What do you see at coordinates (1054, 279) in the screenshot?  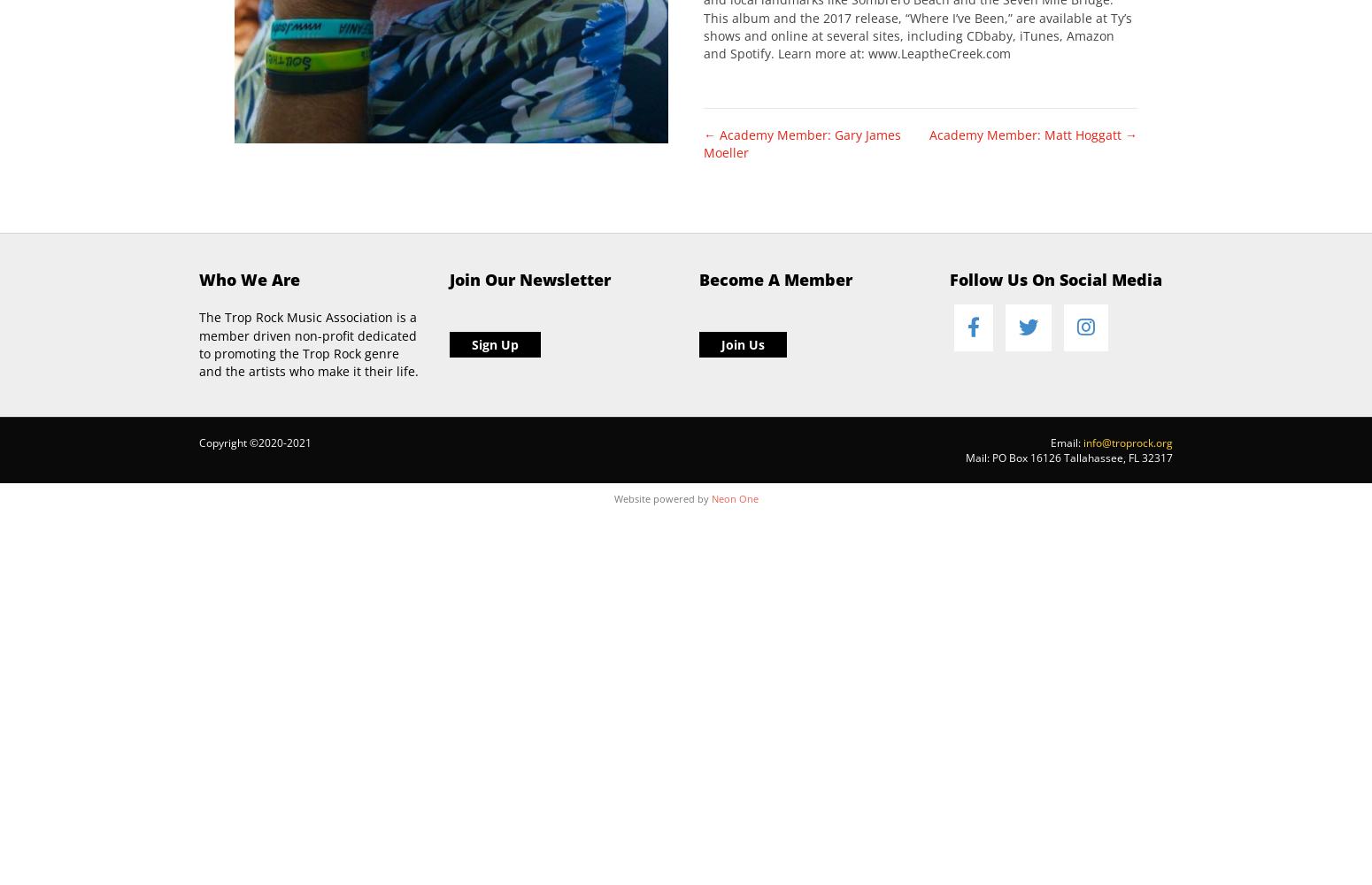 I see `'Follow us on social media'` at bounding box center [1054, 279].